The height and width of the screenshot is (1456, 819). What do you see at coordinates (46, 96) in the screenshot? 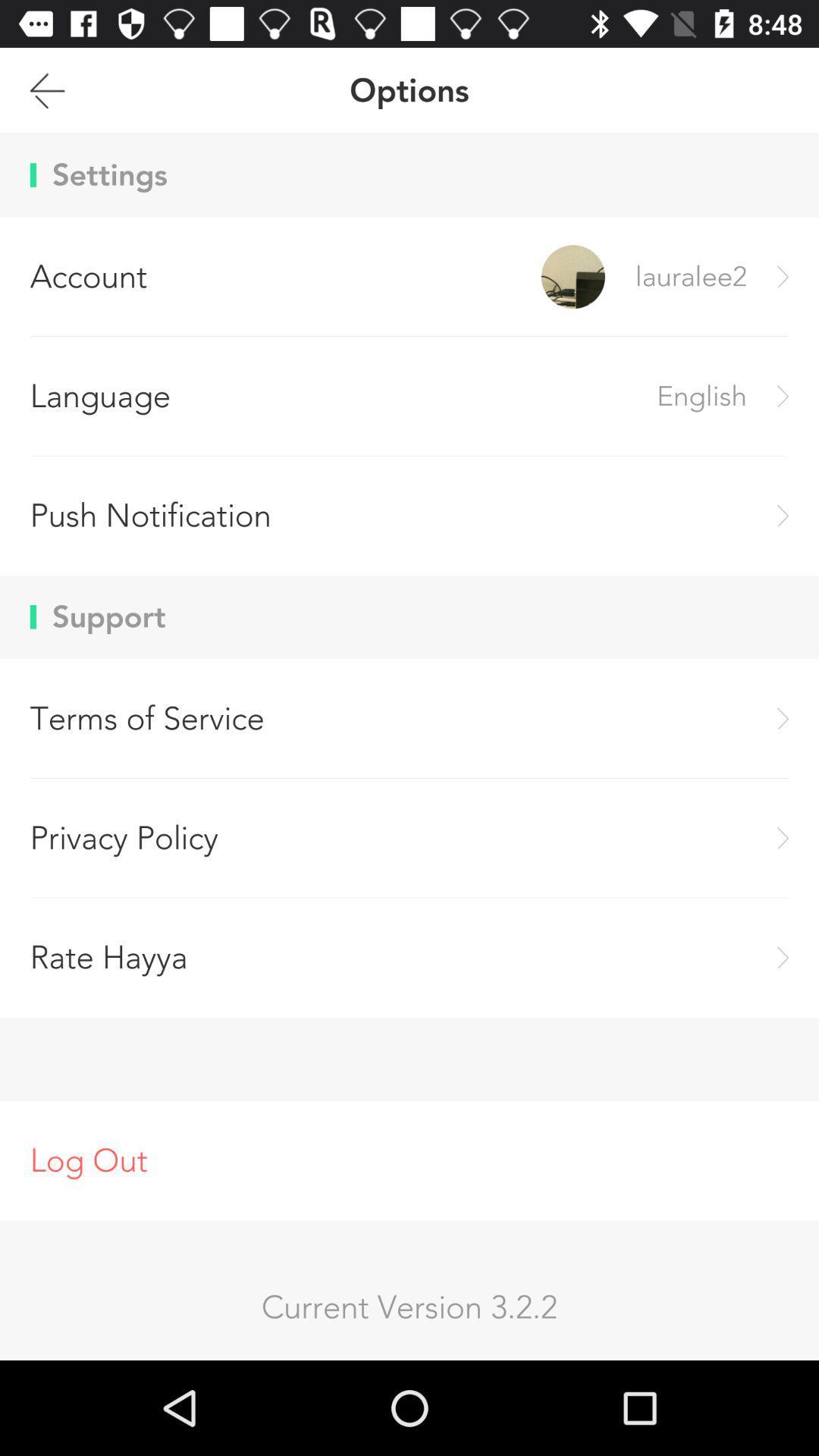
I see `the arrow_backward icon` at bounding box center [46, 96].